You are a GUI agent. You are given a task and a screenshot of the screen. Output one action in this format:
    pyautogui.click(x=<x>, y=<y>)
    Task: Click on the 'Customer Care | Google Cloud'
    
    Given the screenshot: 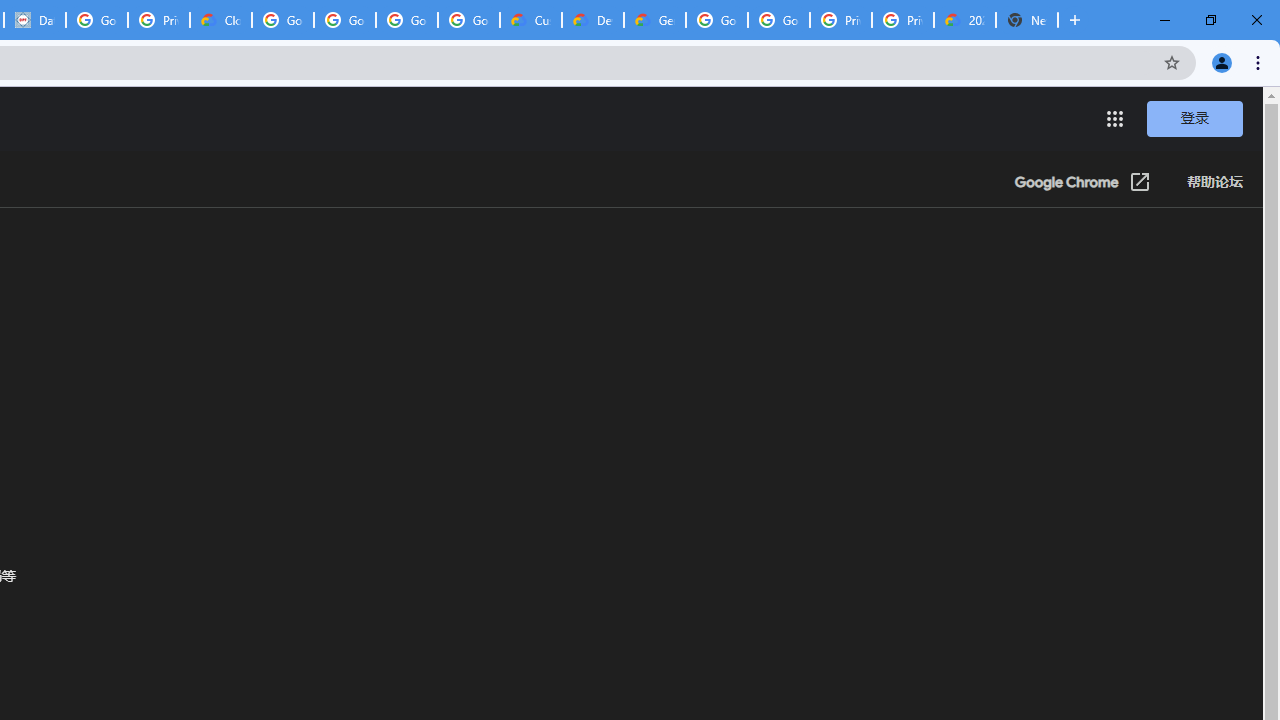 What is the action you would take?
    pyautogui.click(x=531, y=20)
    